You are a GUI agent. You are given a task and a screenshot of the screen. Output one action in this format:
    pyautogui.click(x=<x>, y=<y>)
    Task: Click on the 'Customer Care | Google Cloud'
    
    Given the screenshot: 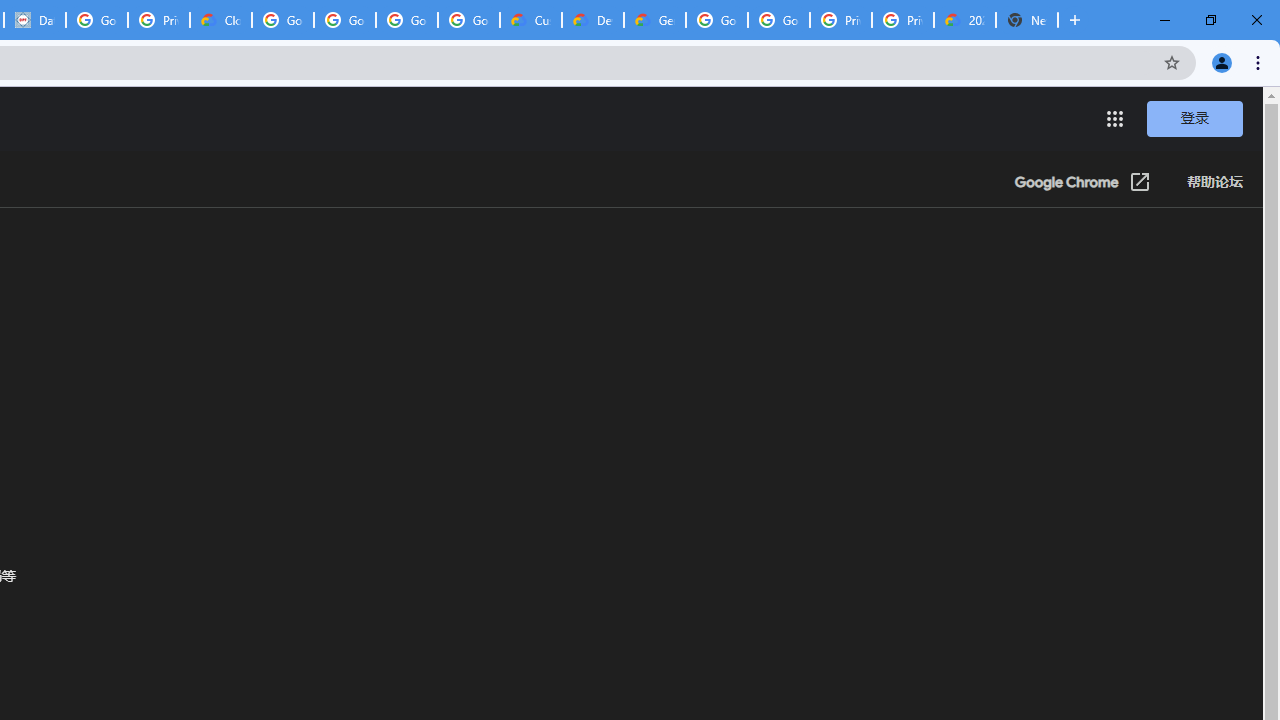 What is the action you would take?
    pyautogui.click(x=531, y=20)
    